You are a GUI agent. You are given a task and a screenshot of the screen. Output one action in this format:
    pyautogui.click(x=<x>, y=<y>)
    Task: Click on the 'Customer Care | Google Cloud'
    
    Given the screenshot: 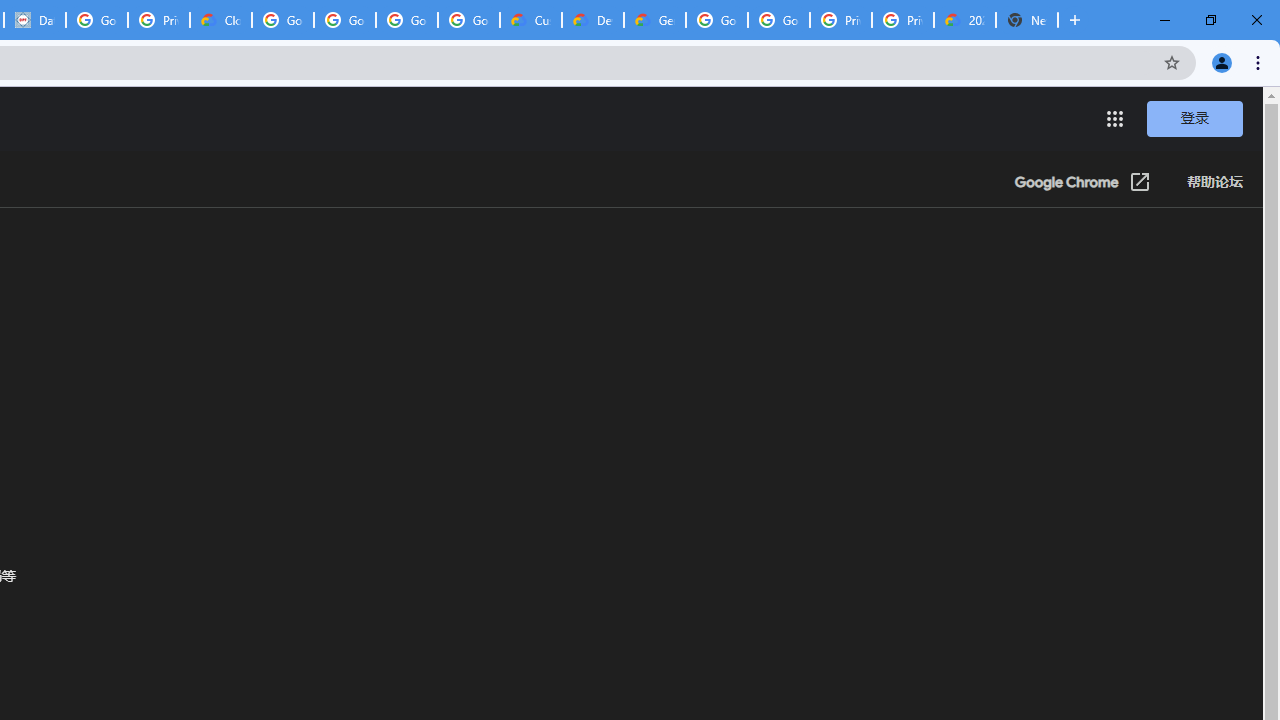 What is the action you would take?
    pyautogui.click(x=531, y=20)
    